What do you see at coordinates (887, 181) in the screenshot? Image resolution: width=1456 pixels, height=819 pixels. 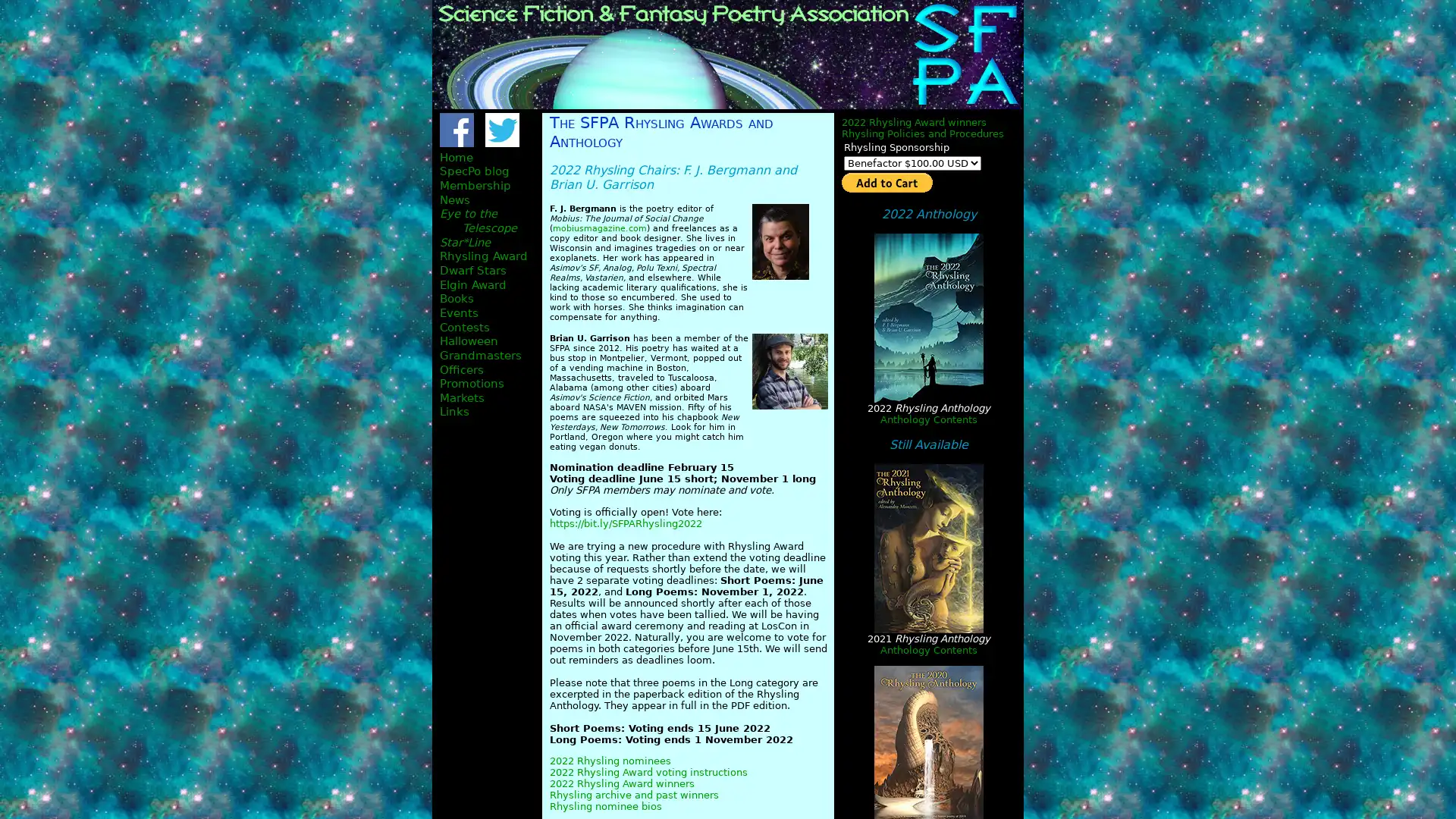 I see `PayPal - The safer, easier way to pay online!` at bounding box center [887, 181].